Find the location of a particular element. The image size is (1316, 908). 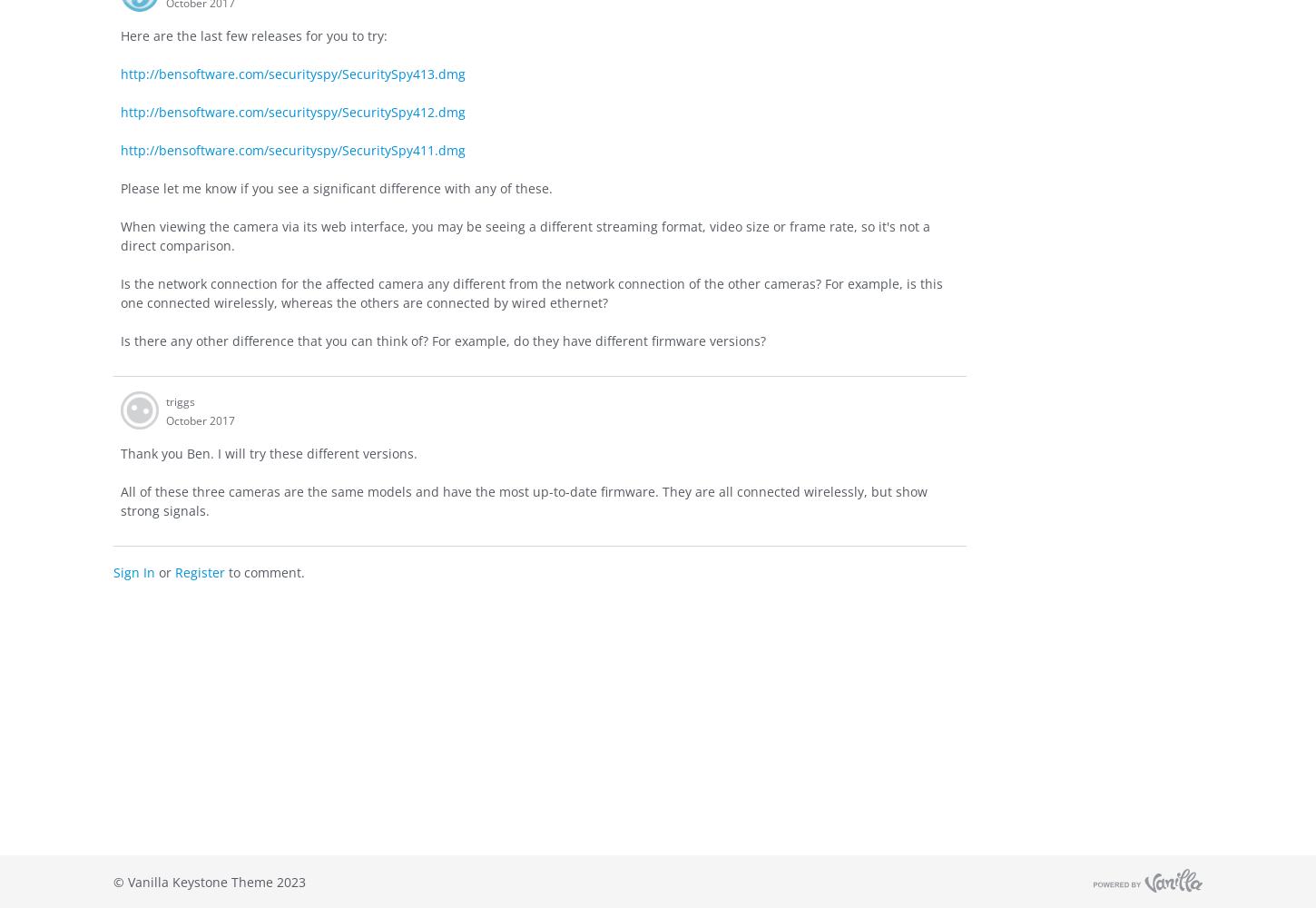

'http://bensoftware.com/securityspy/SecuritySpy412.dmg' is located at coordinates (293, 110).